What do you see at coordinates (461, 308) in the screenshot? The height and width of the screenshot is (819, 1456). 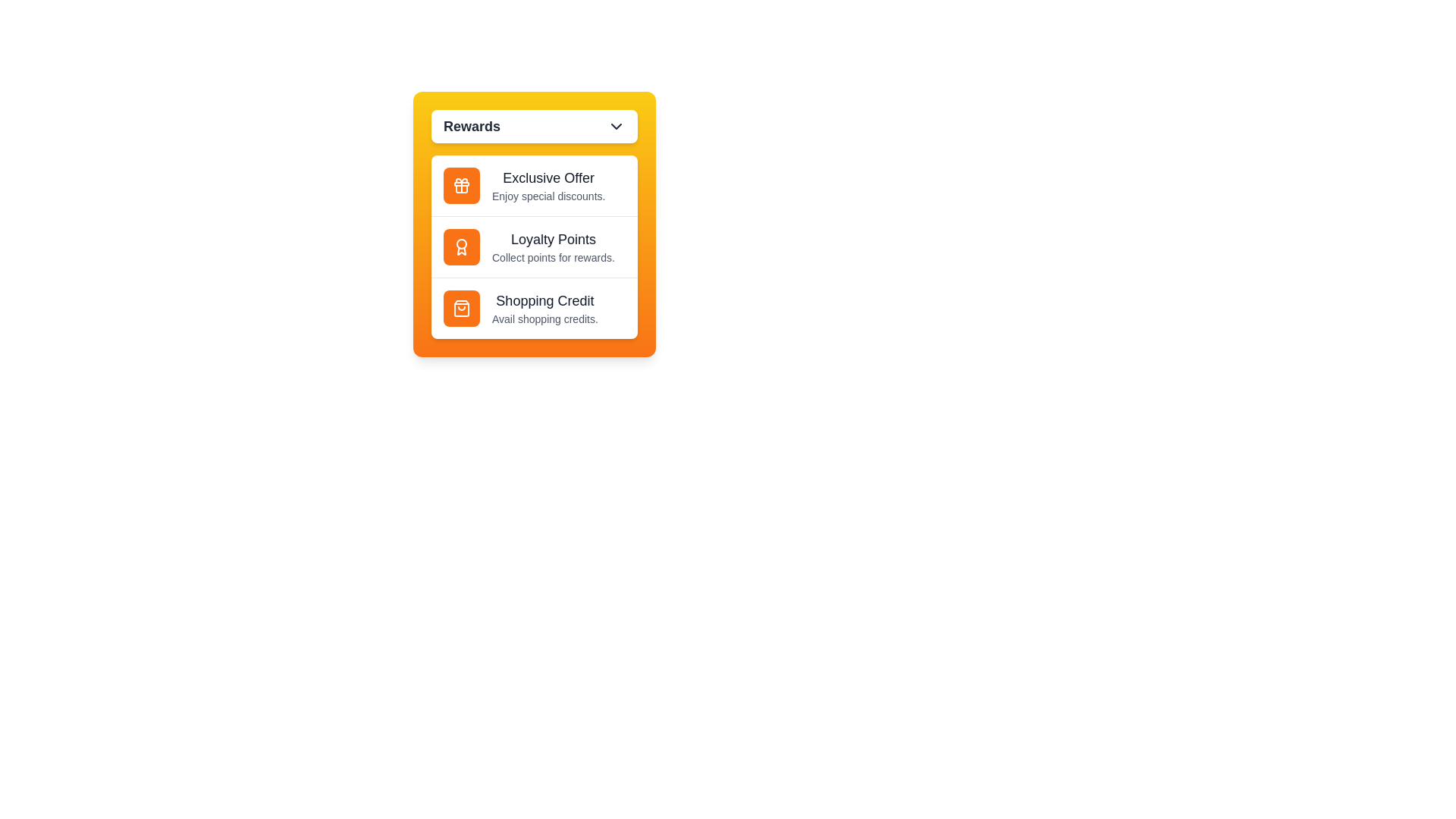 I see `the shopping bag icon located in the 'Shopping Credit' segment of the rewards card interface, which features a compact orange background and white lines representing a shopping bag` at bounding box center [461, 308].